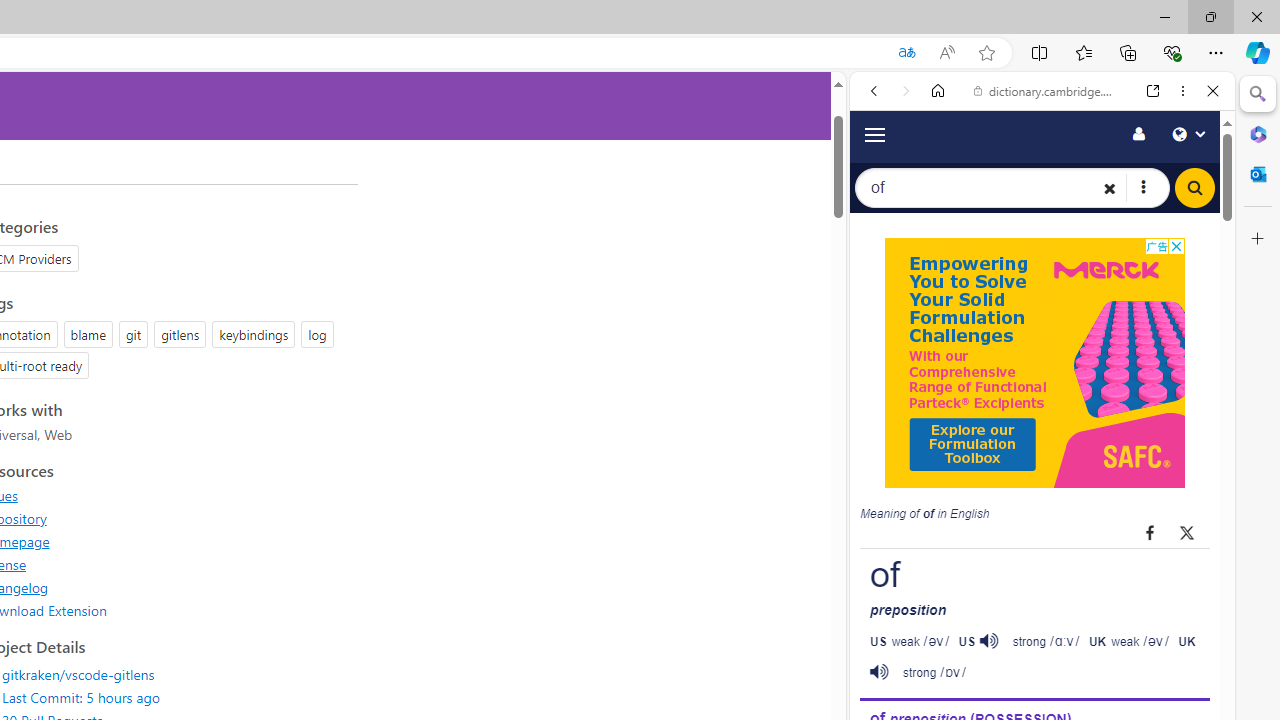 Image resolution: width=1280 pixels, height=720 pixels. Describe the element at coordinates (1187, 531) in the screenshot. I see `'Share on X'` at that location.